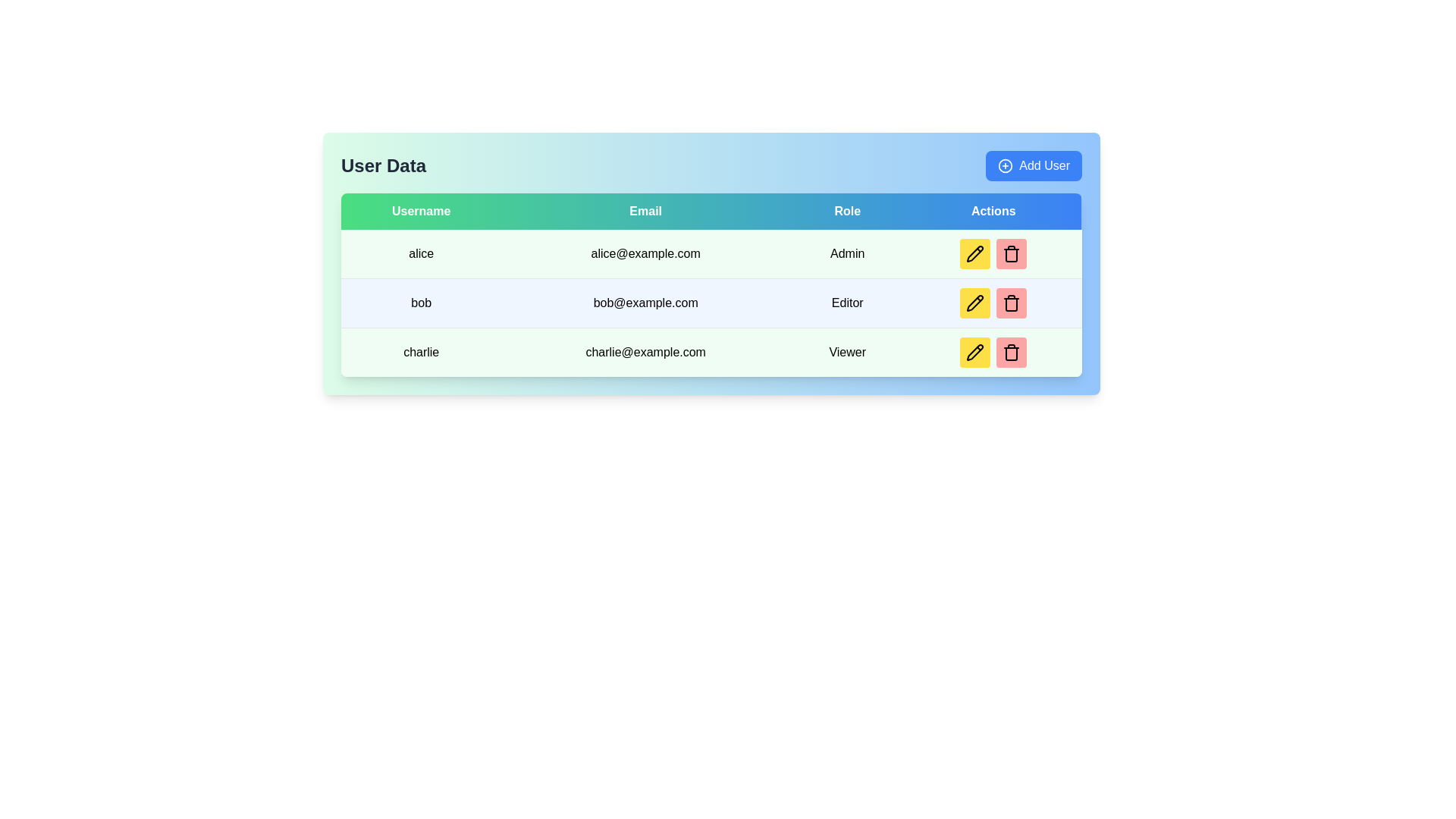 This screenshot has height=819, width=1456. Describe the element at coordinates (645, 303) in the screenshot. I see `the text label displaying the email address for user 'bob' located in the second row of the table within the 'Email' column` at that location.